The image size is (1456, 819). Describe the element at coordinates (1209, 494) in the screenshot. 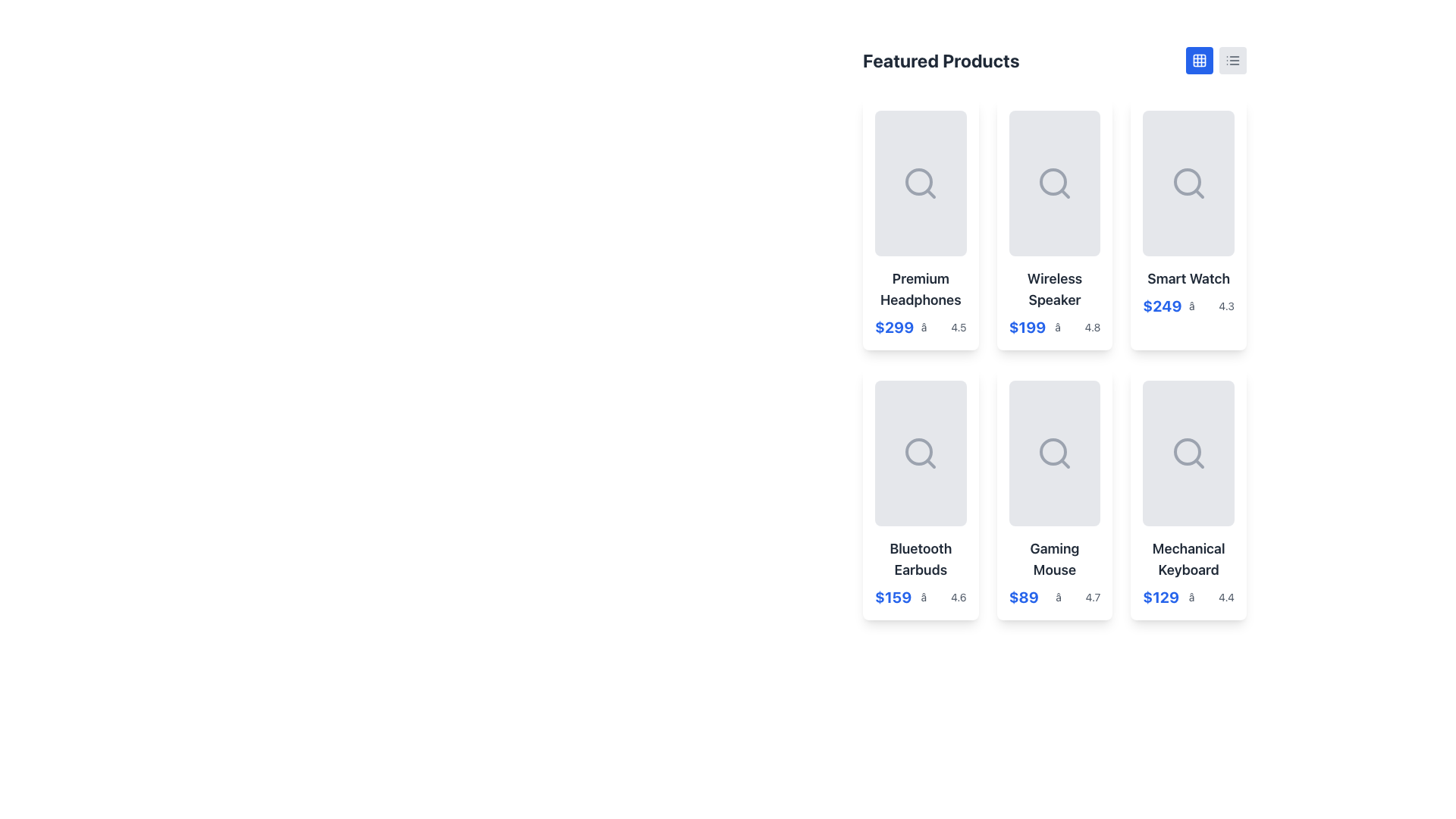

I see `the IconButton located in the top-right of the 'Mechanical Keyboard' card to mark the associated product as a favorite` at that location.